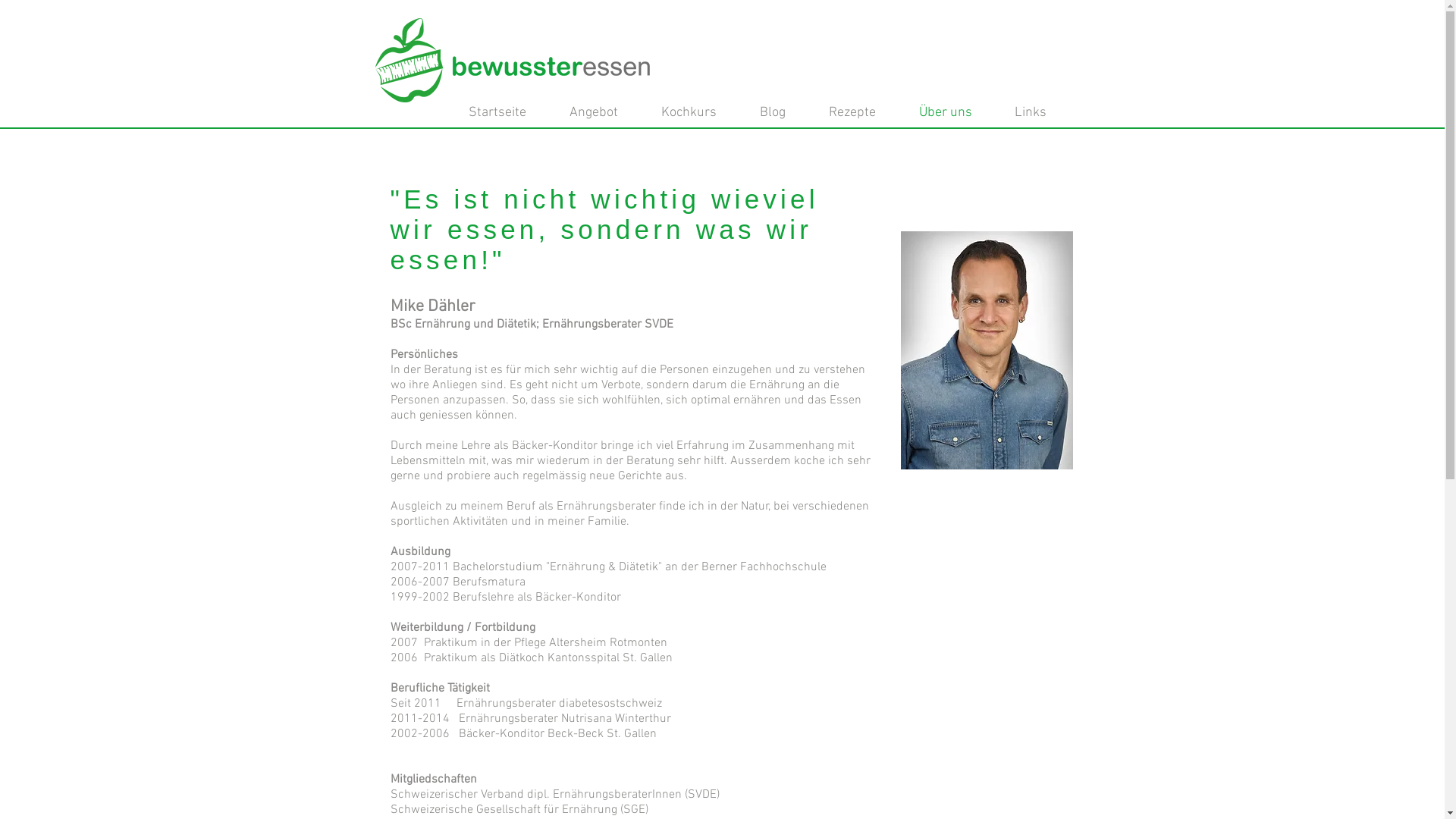 The height and width of the screenshot is (819, 1456). I want to click on 'Blog', so click(779, 112).